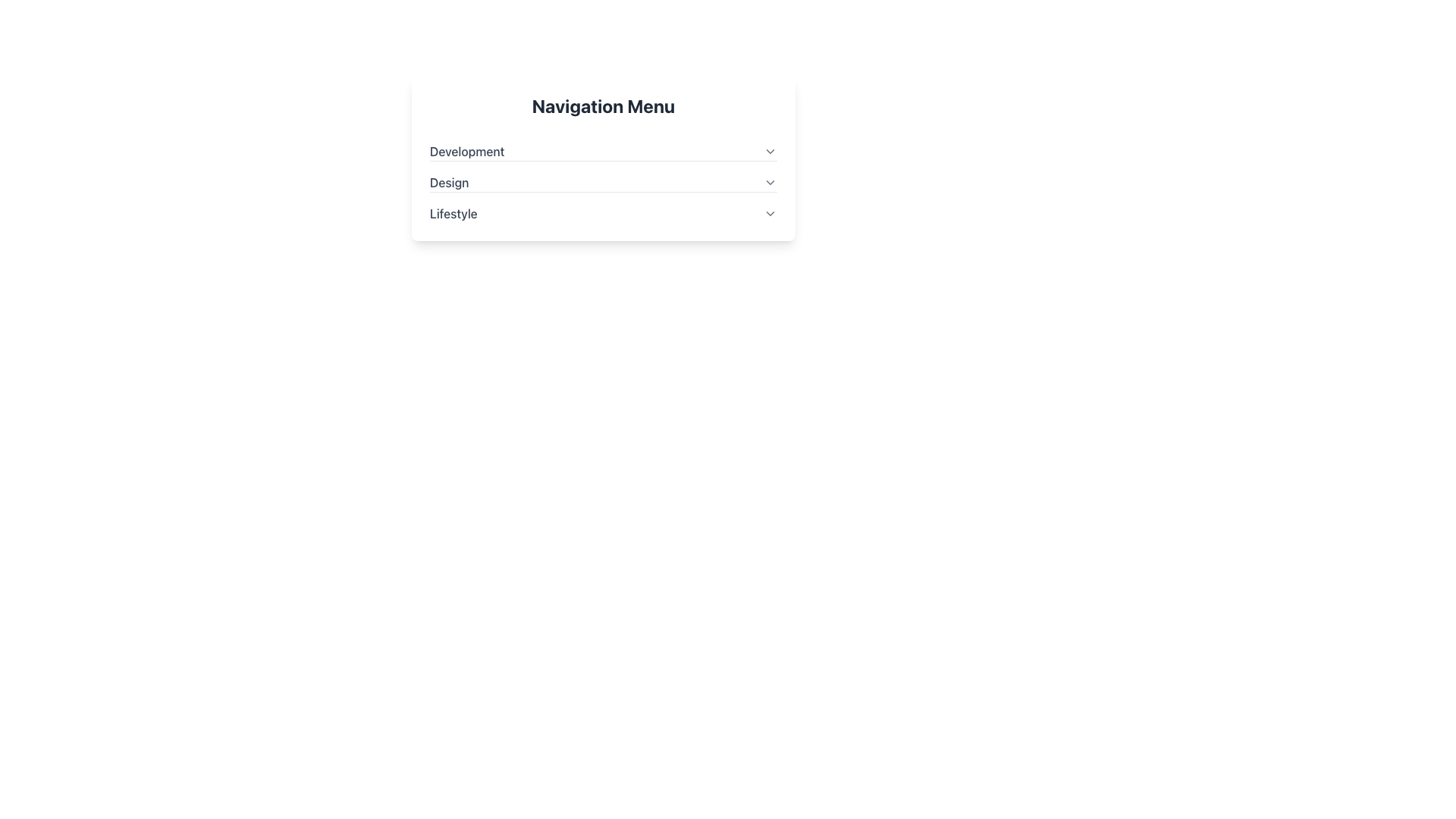  I want to click on the 'Development' dropdown trigger located below the 'Navigation Menu', so click(603, 152).